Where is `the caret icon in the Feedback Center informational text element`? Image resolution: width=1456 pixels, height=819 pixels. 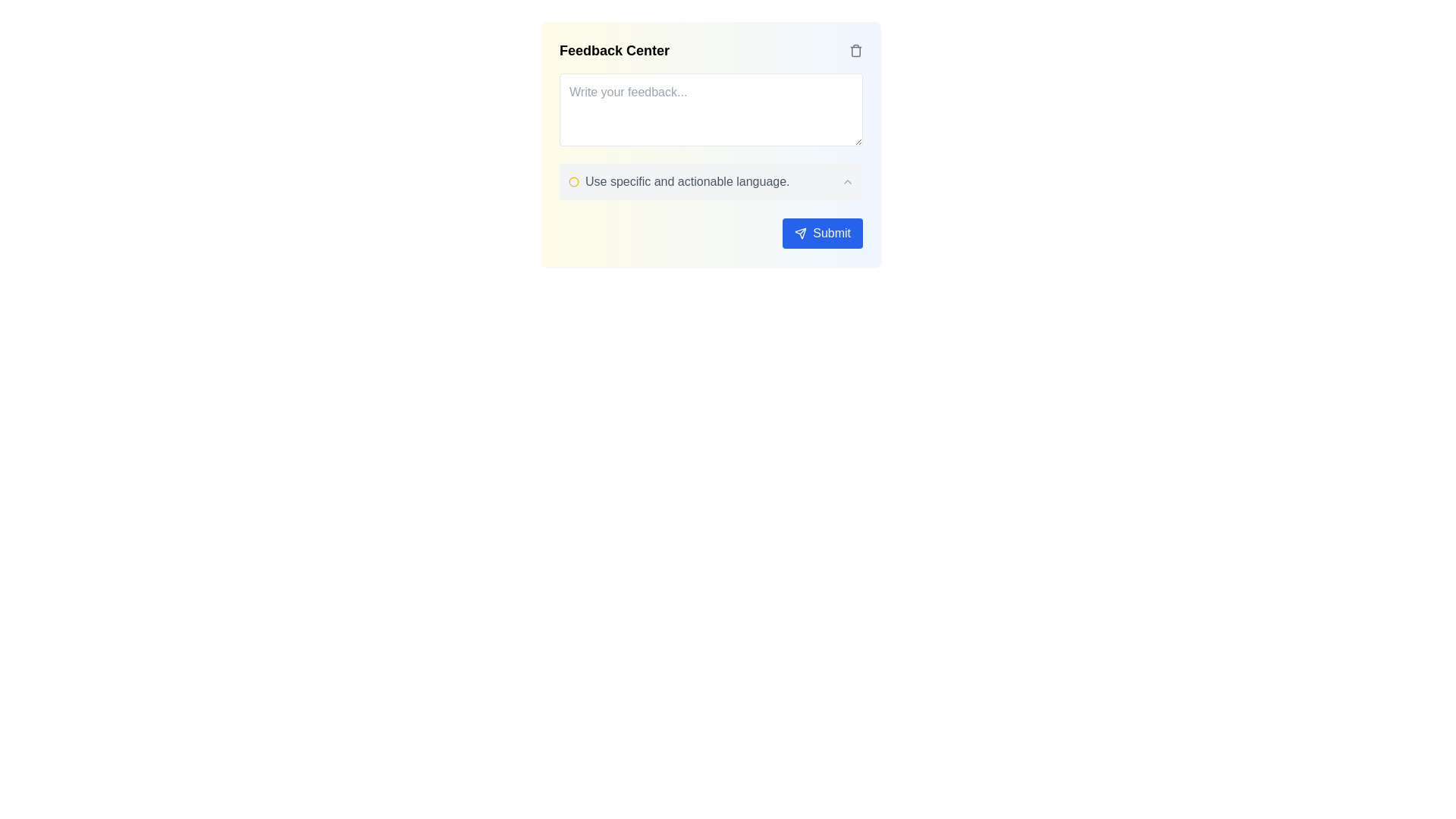 the caret icon in the Feedback Center informational text element is located at coordinates (710, 180).